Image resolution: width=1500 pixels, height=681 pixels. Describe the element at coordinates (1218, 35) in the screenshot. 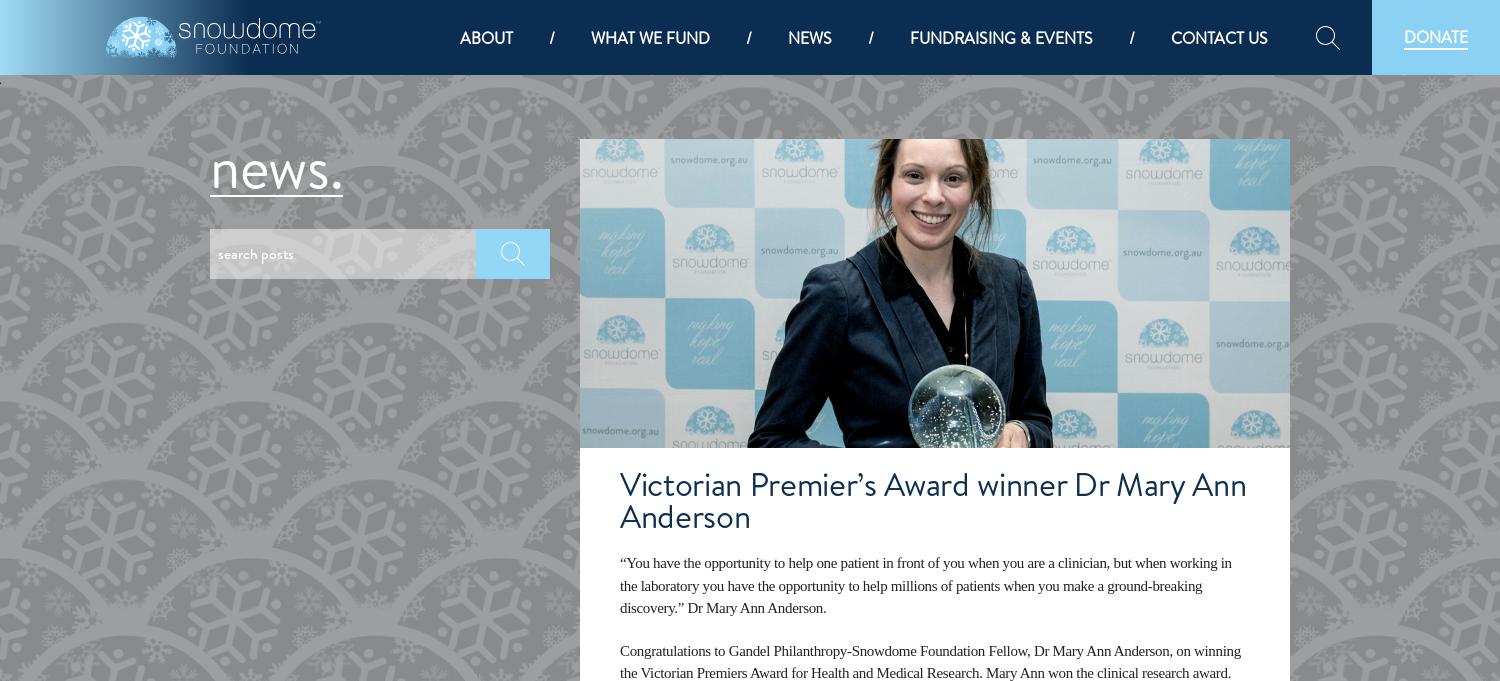

I see `'Contact us'` at that location.